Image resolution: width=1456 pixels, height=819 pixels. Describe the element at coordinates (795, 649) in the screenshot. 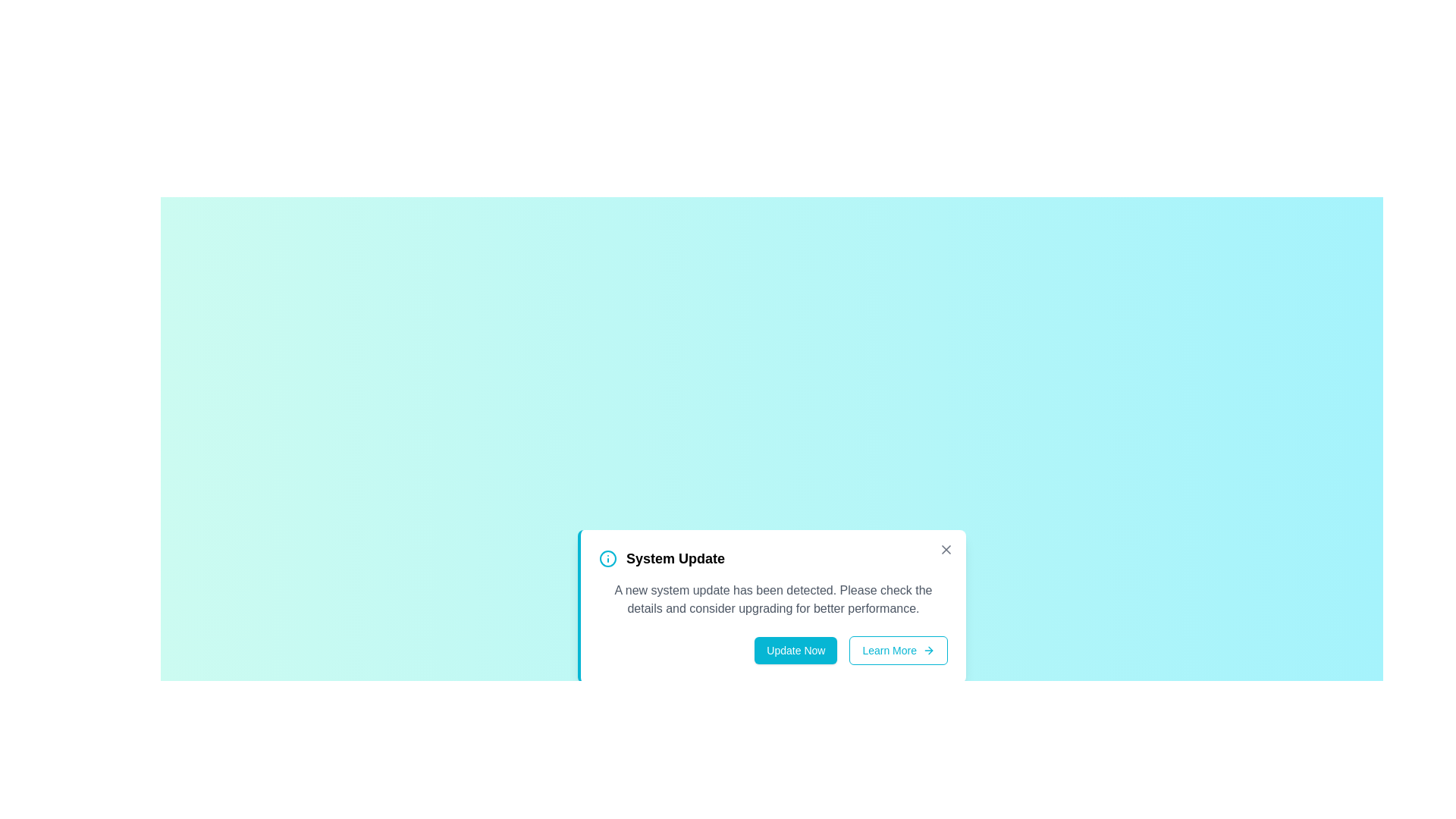

I see `the 'Update Now' button to initiate the update process` at that location.